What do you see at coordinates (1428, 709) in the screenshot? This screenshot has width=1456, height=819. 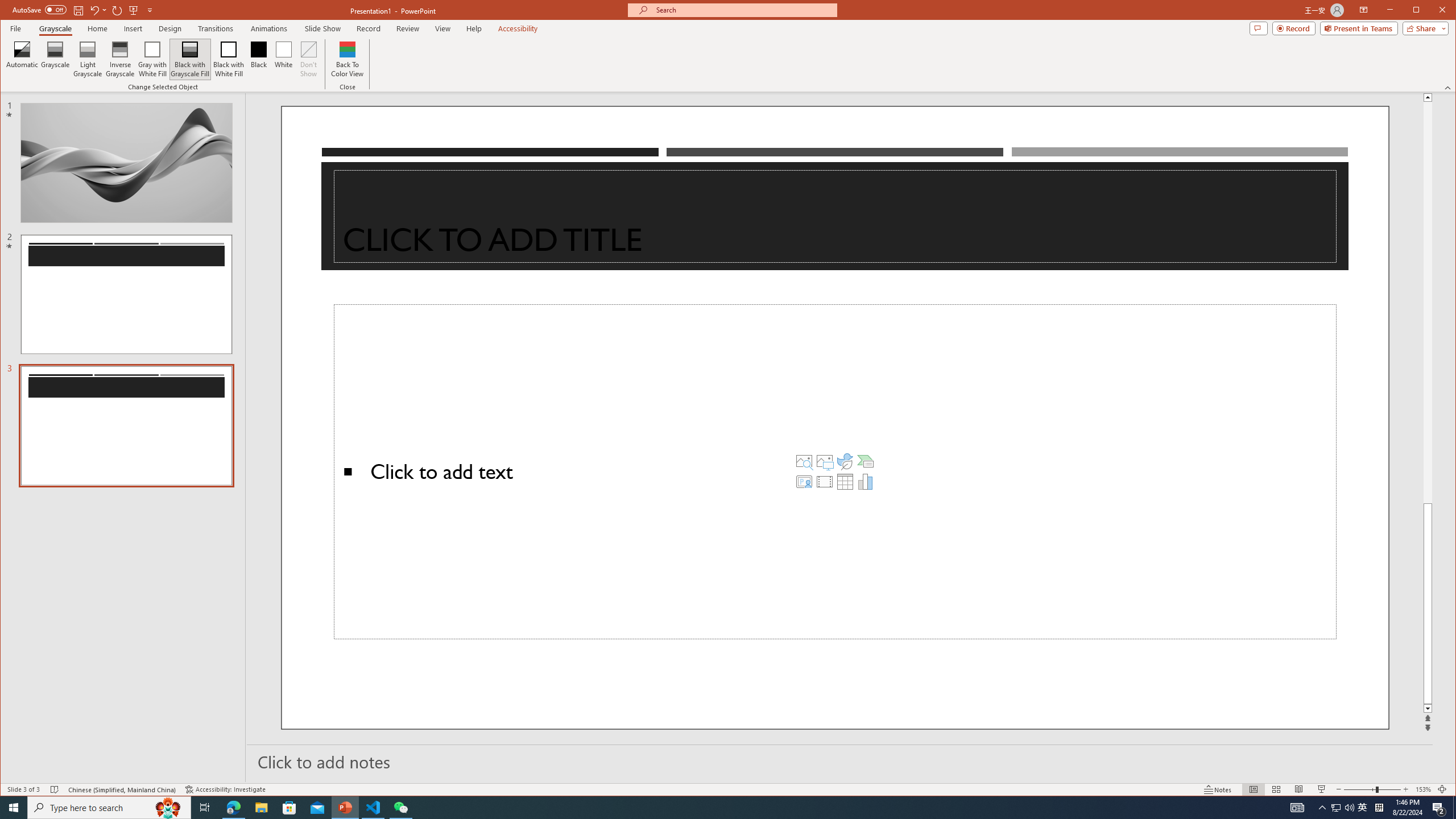 I see `'Line down'` at bounding box center [1428, 709].